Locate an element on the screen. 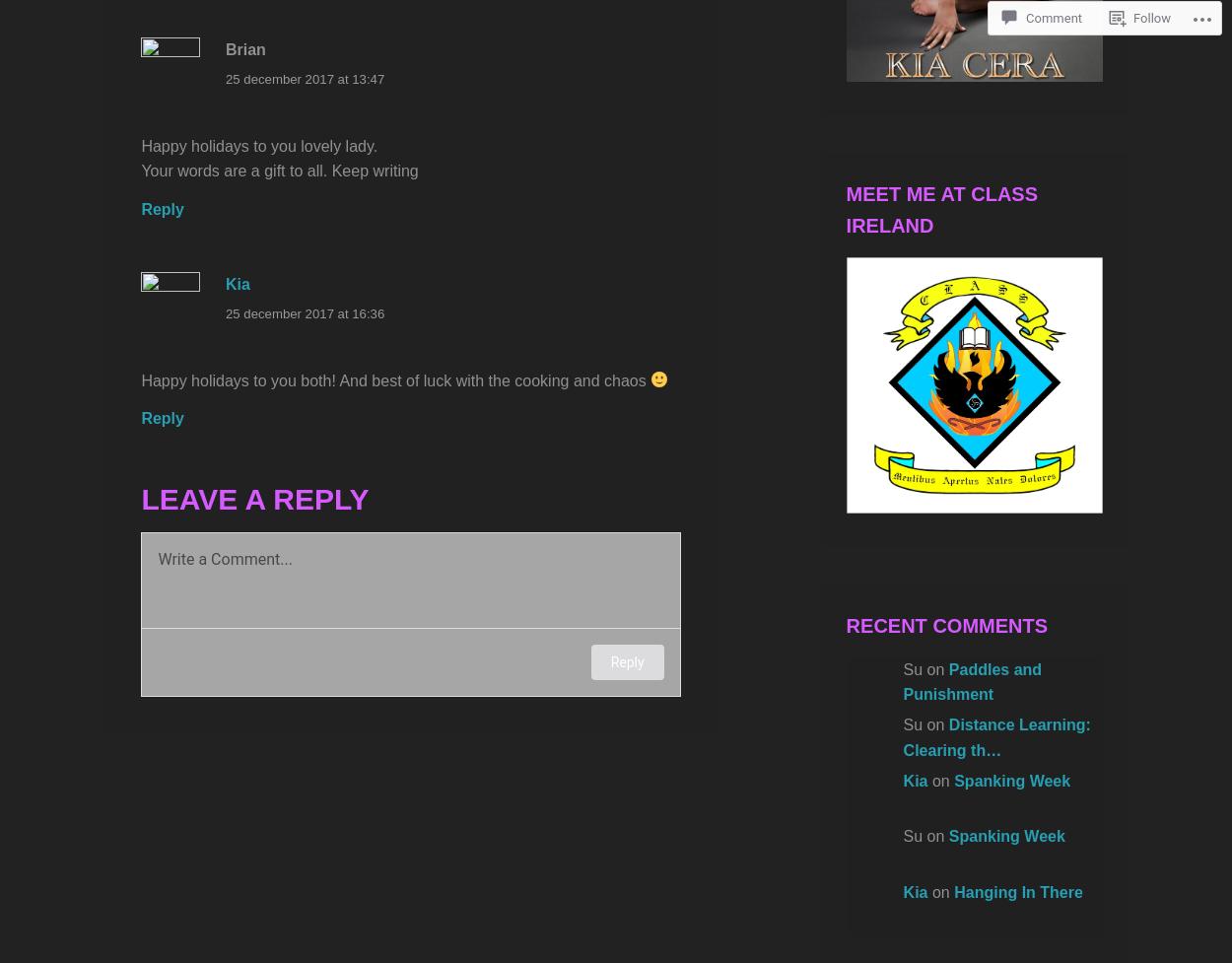  'Your words are a gift to all. Keep writing' is located at coordinates (279, 170).